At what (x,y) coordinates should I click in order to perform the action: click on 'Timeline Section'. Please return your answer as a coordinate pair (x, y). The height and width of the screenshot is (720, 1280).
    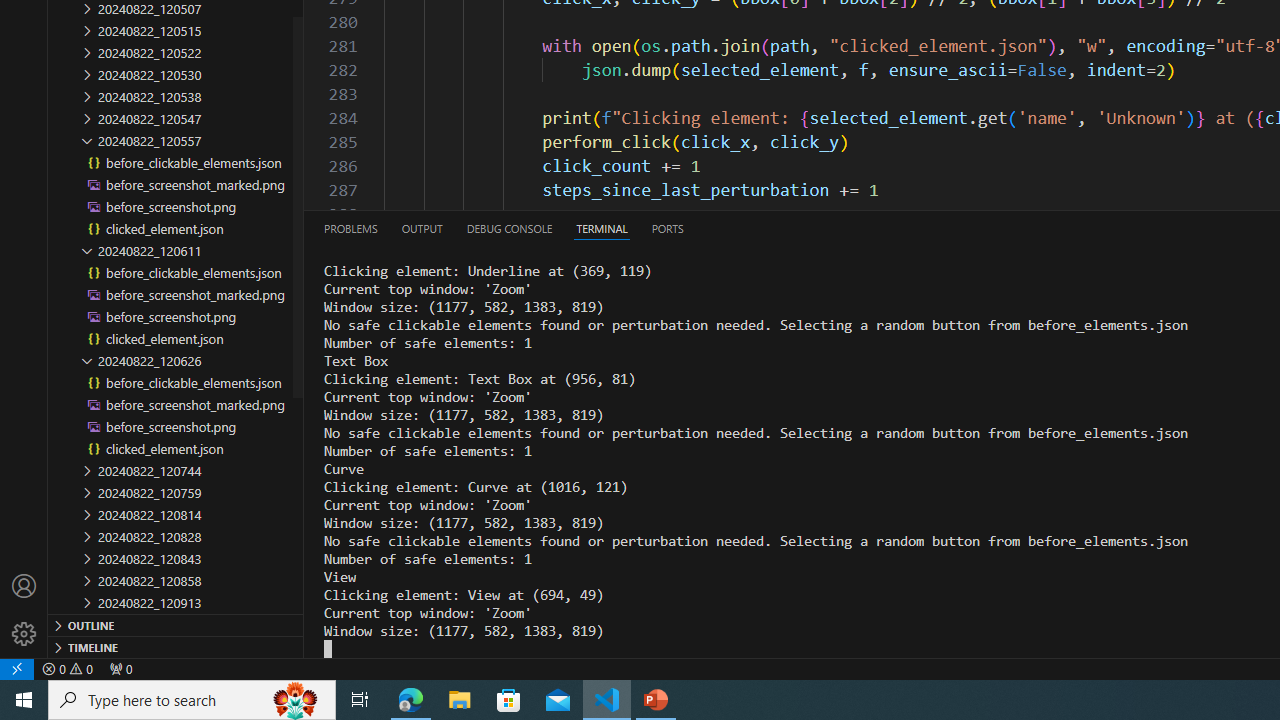
    Looking at the image, I should click on (176, 646).